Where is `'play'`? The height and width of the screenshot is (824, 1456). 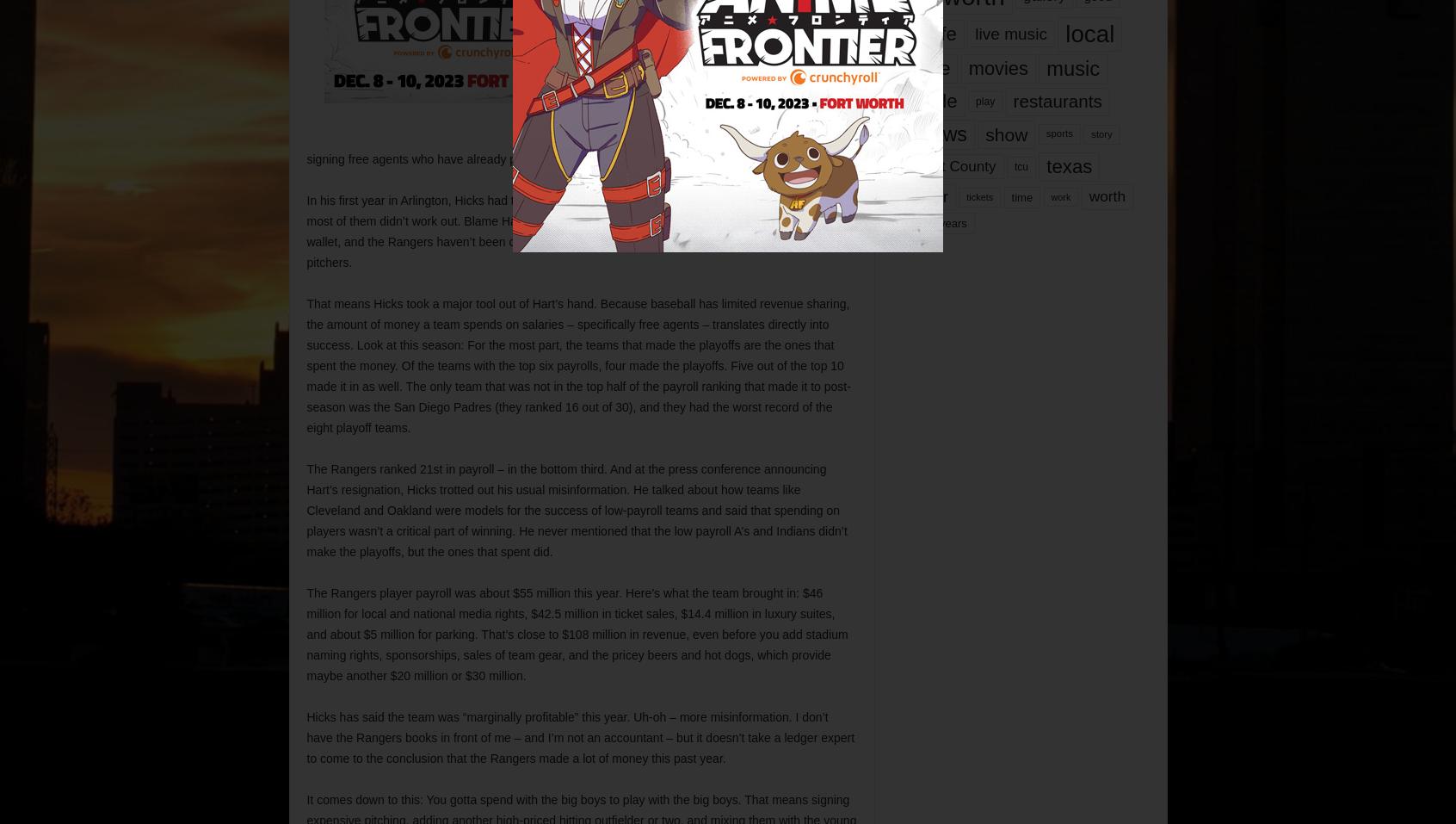
'play' is located at coordinates (984, 101).